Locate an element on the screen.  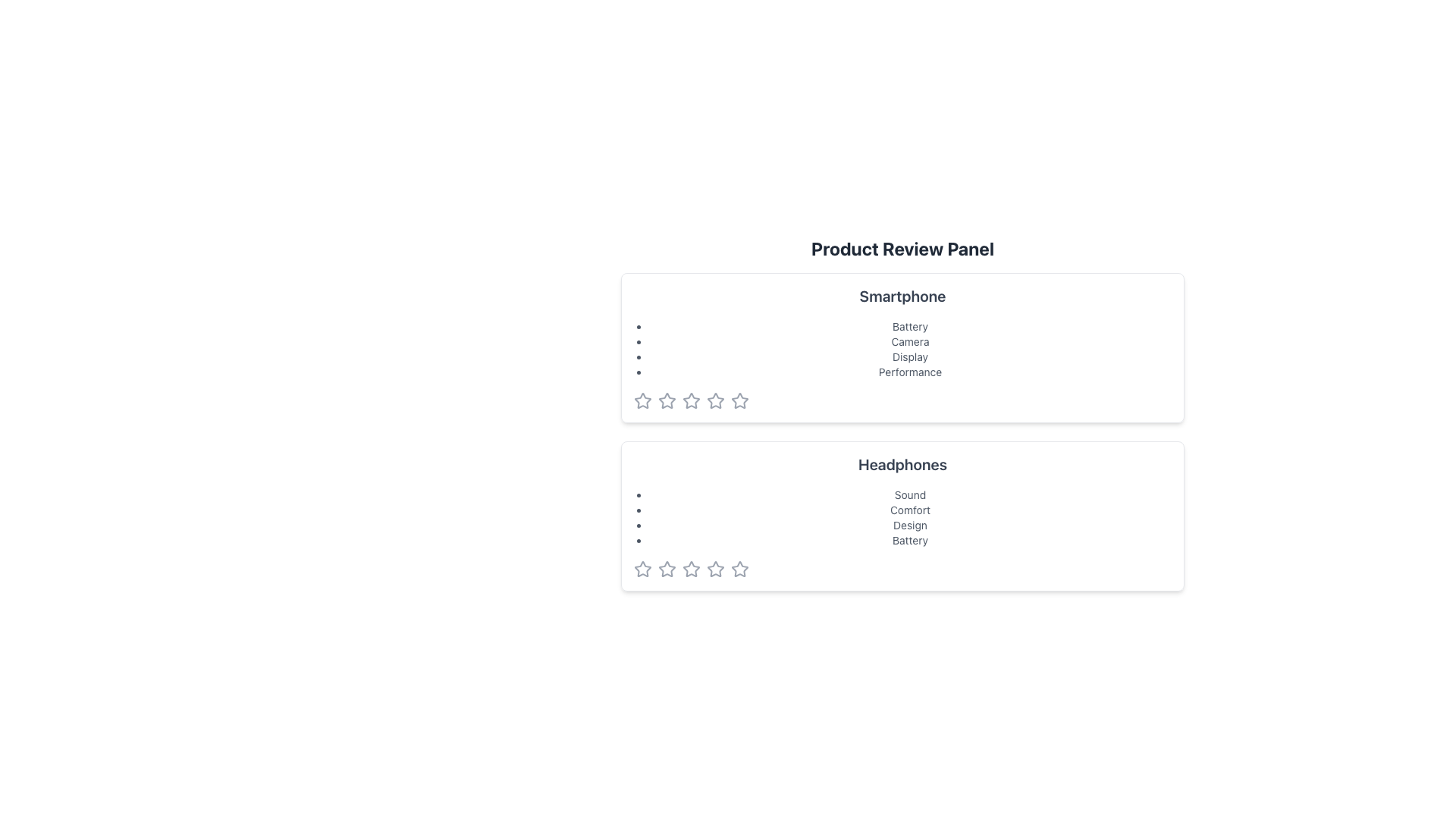
the 'Camera' text label, which is the second item in the review list section titled 'Smartphone', positioned between 'Battery' and 'Display' is located at coordinates (910, 342).